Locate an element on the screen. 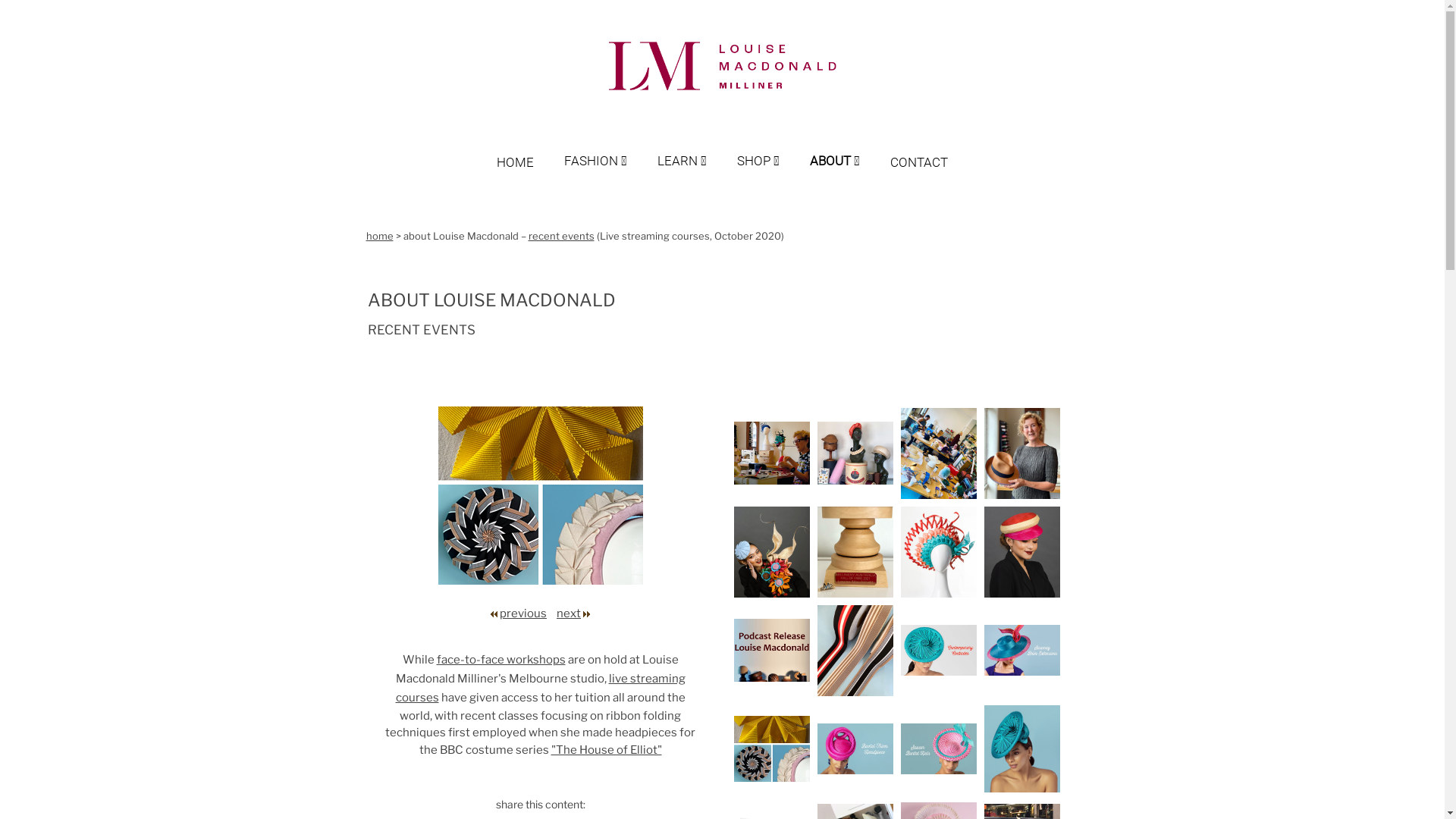  'next' is located at coordinates (567, 613).